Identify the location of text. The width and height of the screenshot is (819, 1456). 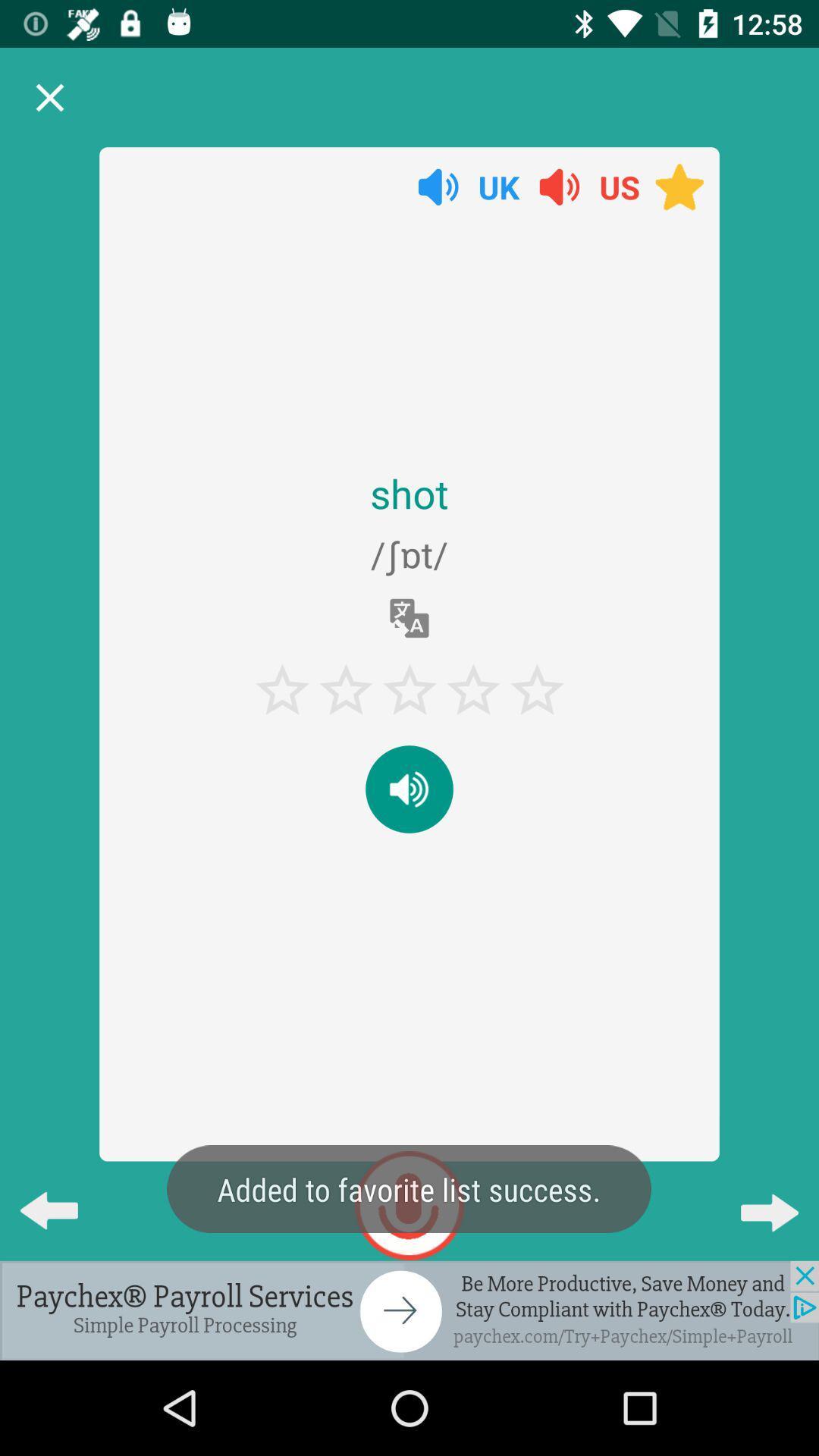
(409, 789).